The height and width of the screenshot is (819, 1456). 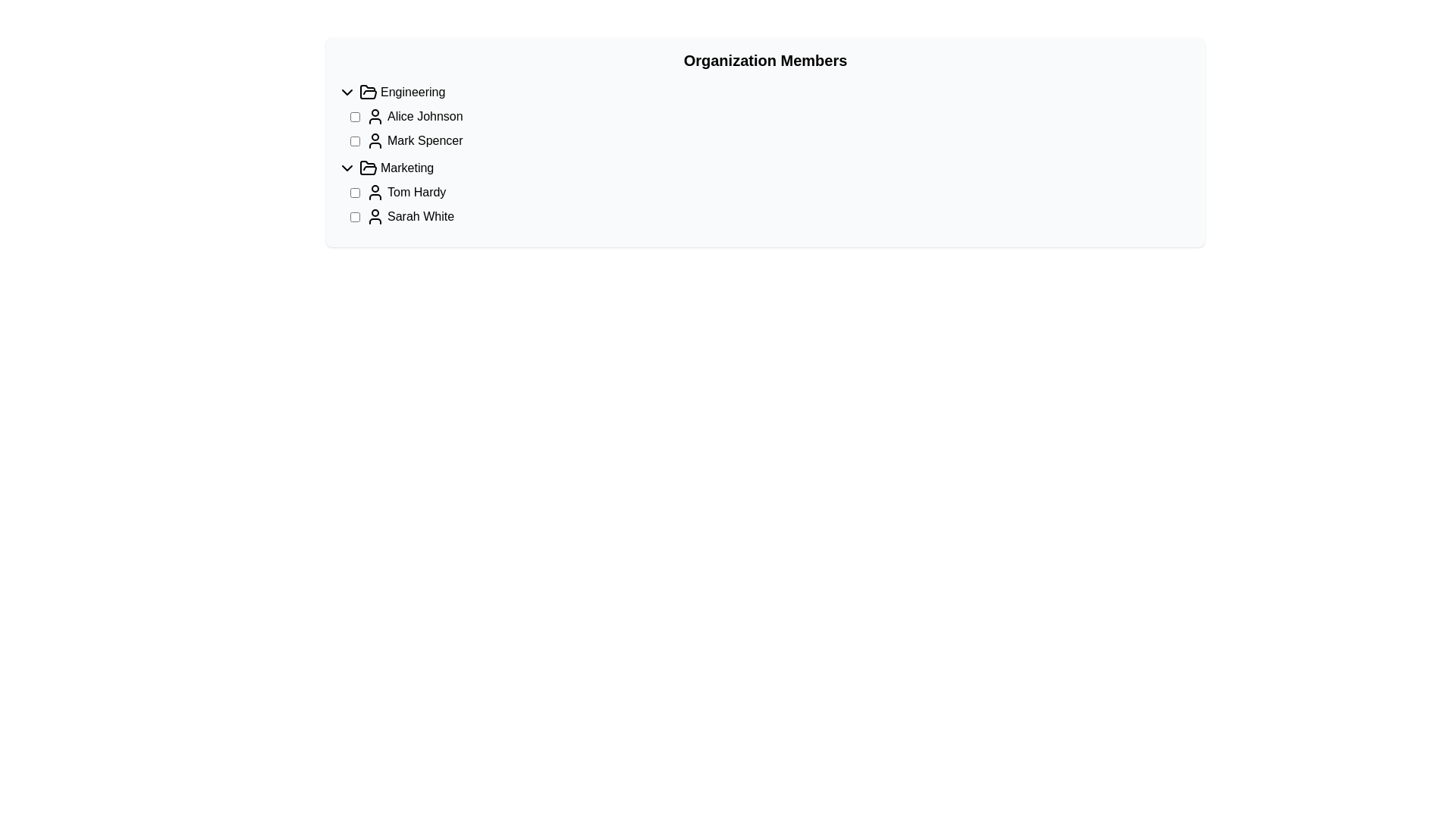 What do you see at coordinates (416, 192) in the screenshot?
I see `the text label displaying the name 'Tom Hardy', which is horizontally aligned with an icon and a checkbox in the 'Marketing' category` at bounding box center [416, 192].